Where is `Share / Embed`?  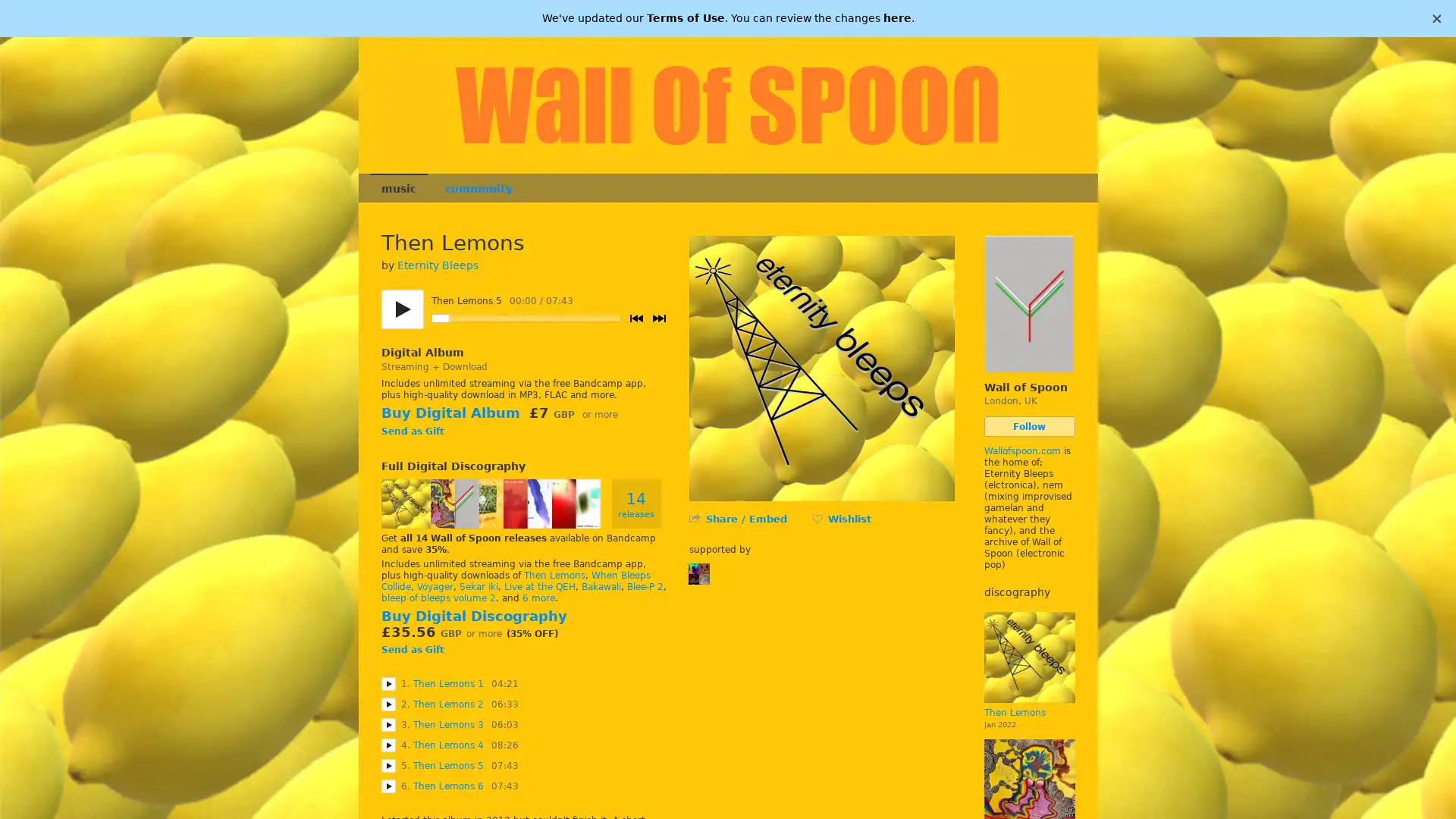 Share / Embed is located at coordinates (745, 518).